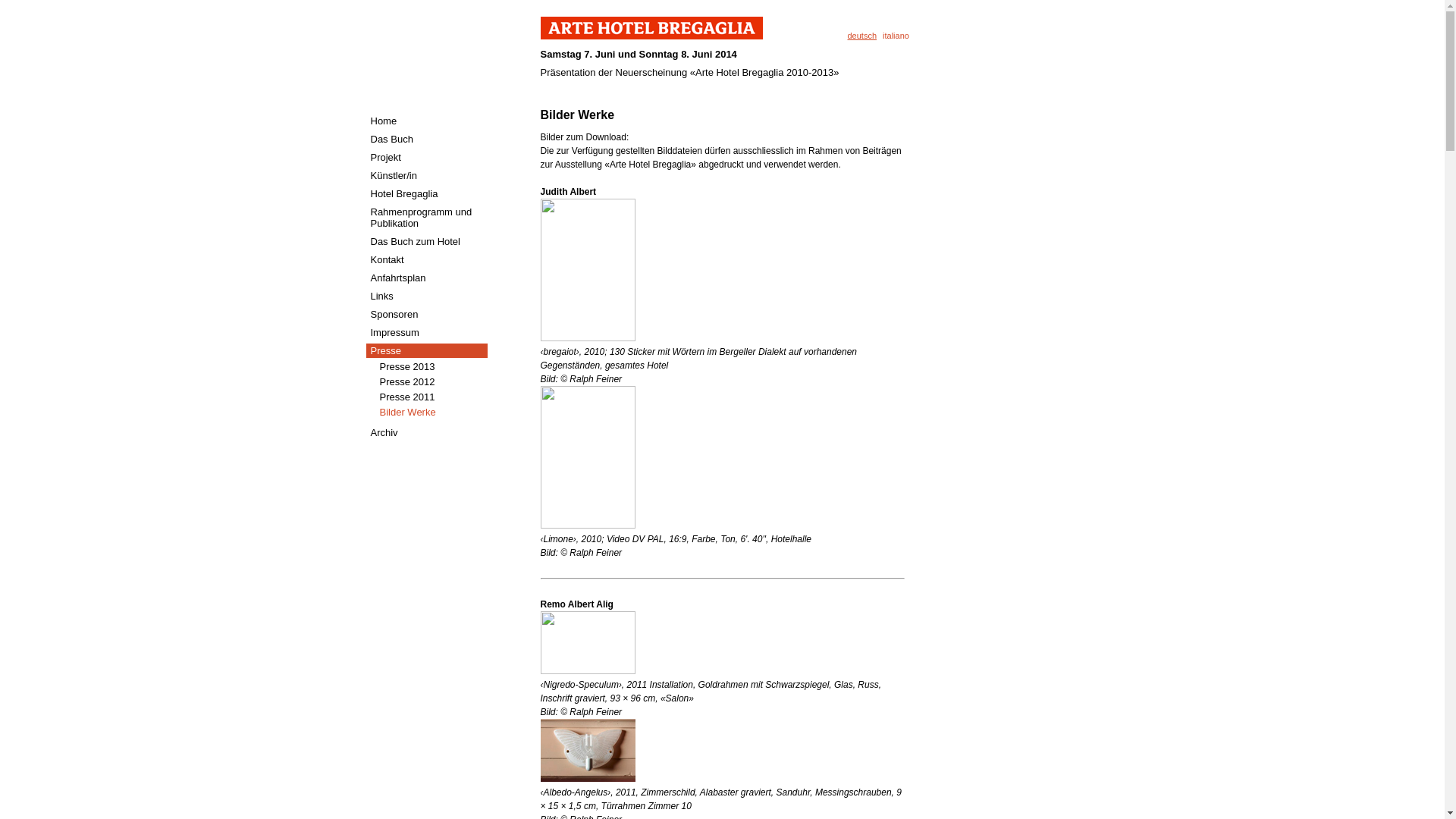 This screenshot has height=819, width=1456. I want to click on 'Kontakt', so click(425, 259).